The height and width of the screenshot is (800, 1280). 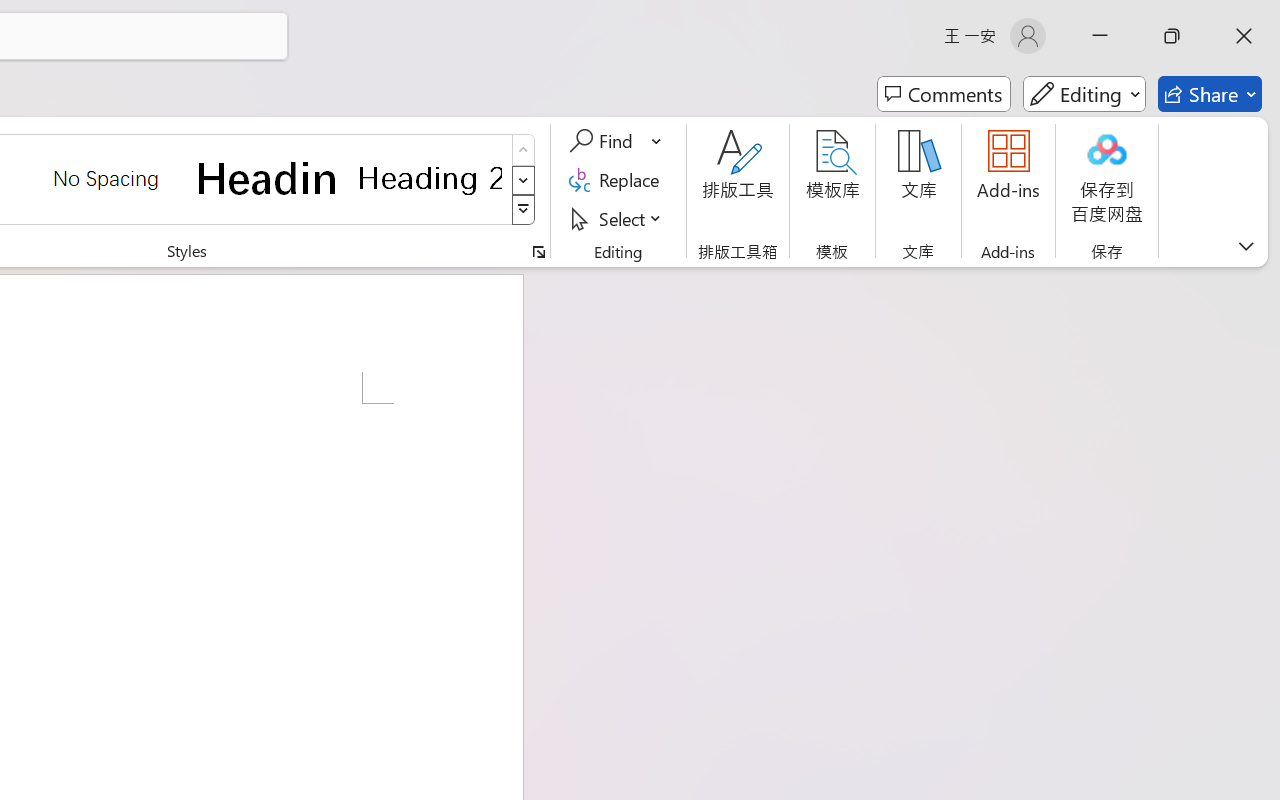 What do you see at coordinates (523, 179) in the screenshot?
I see `'Row Down'` at bounding box center [523, 179].